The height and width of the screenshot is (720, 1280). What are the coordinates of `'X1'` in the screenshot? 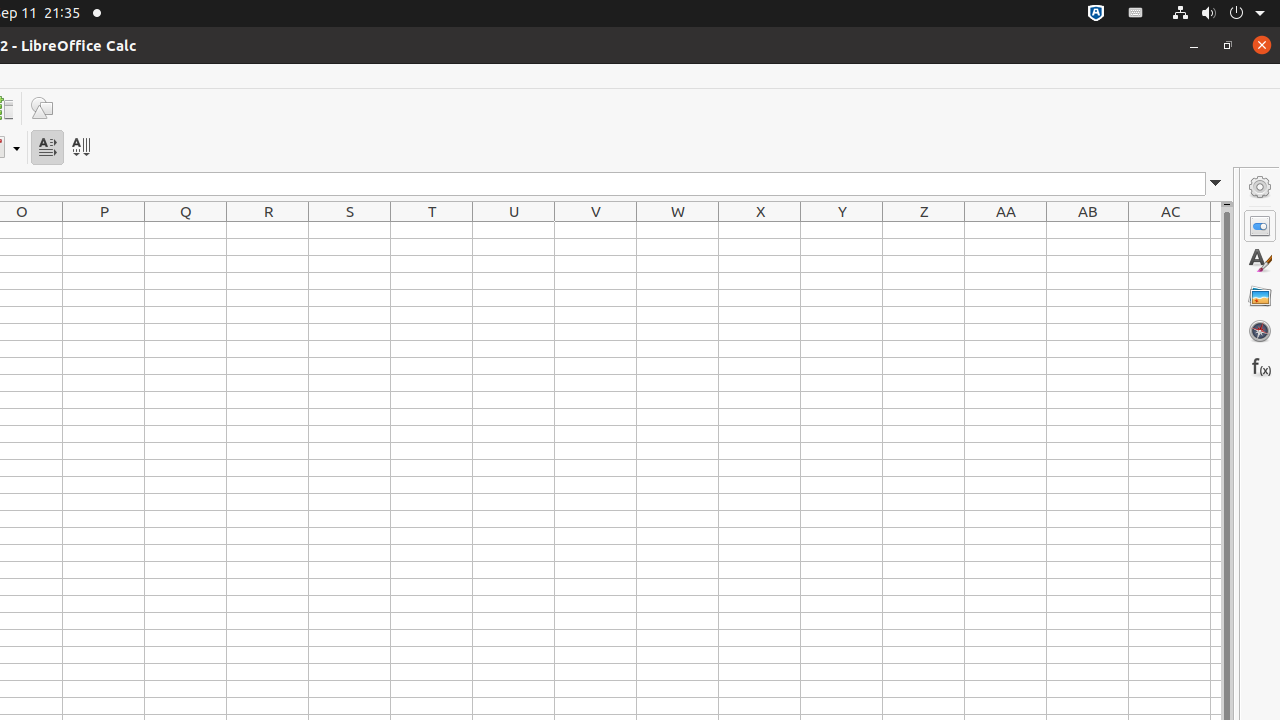 It's located at (759, 229).